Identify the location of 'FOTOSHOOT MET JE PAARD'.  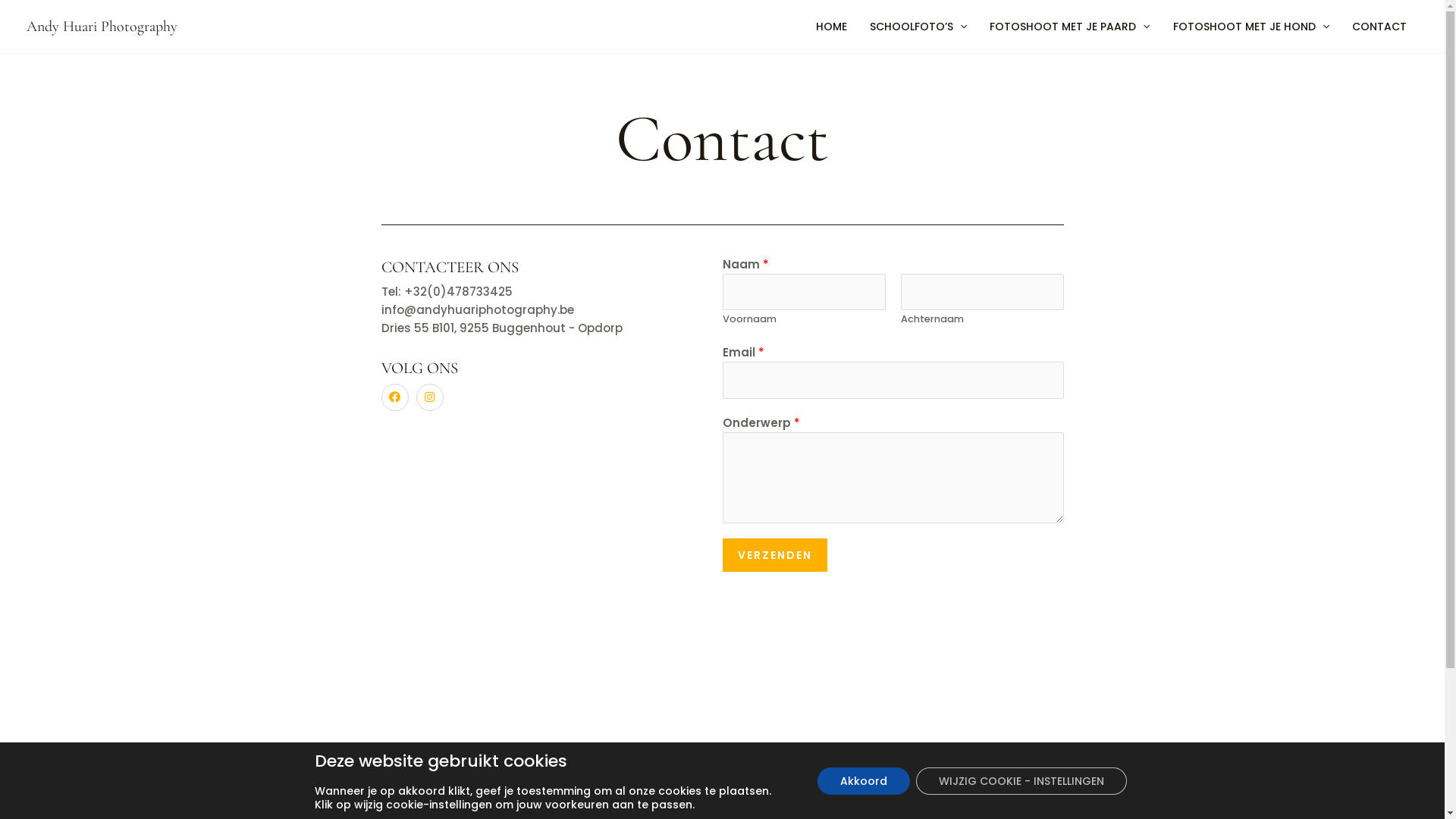
(978, 26).